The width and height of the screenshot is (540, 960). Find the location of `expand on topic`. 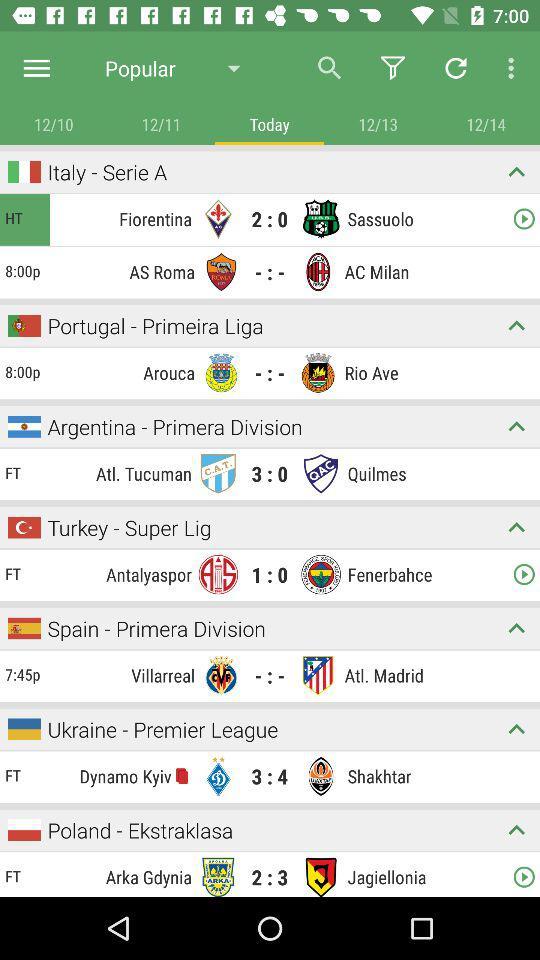

expand on topic is located at coordinates (516, 325).